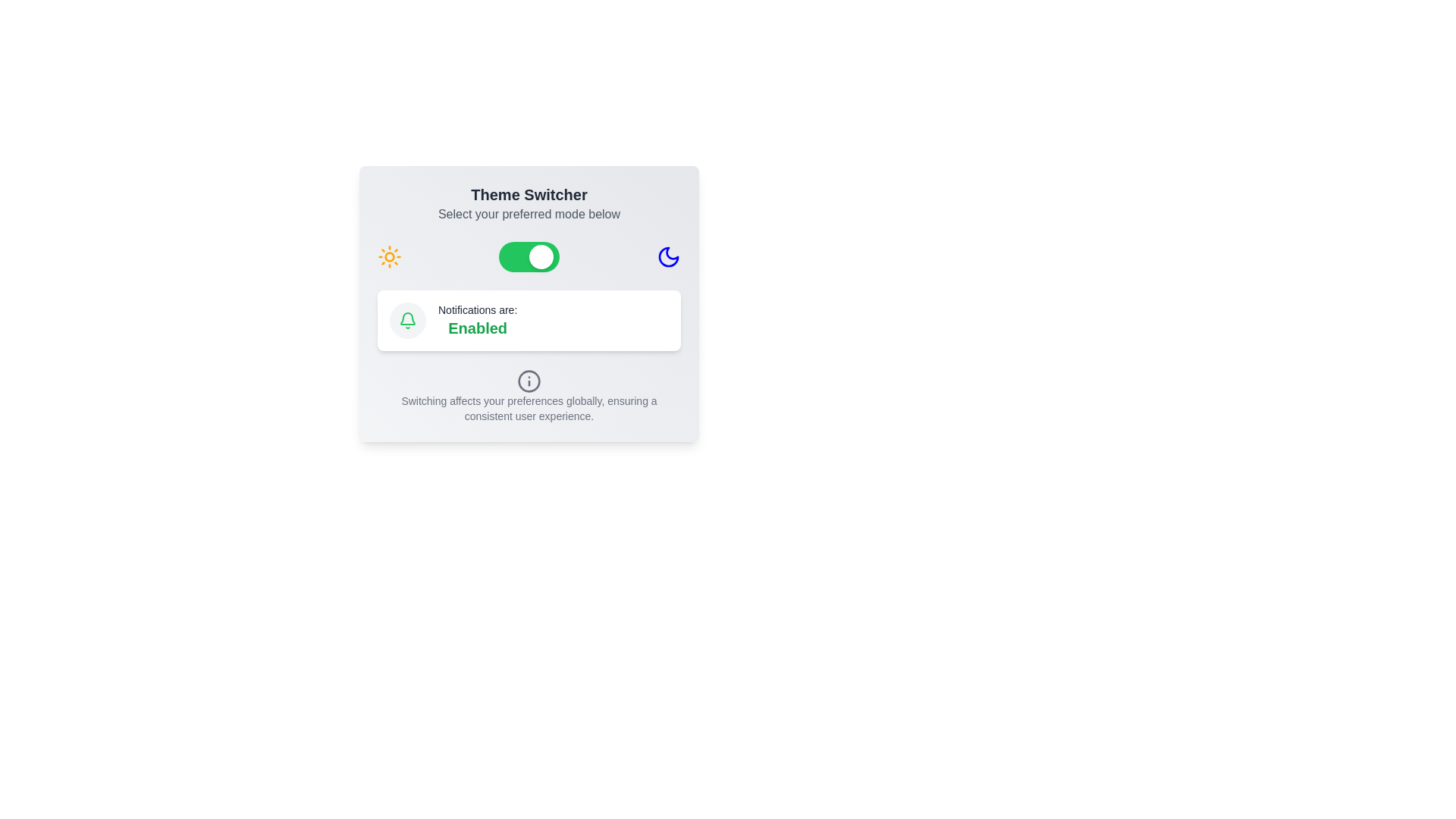  Describe the element at coordinates (389, 256) in the screenshot. I see `the orange sun icon located in the settings panel, representing day or light mode` at that location.